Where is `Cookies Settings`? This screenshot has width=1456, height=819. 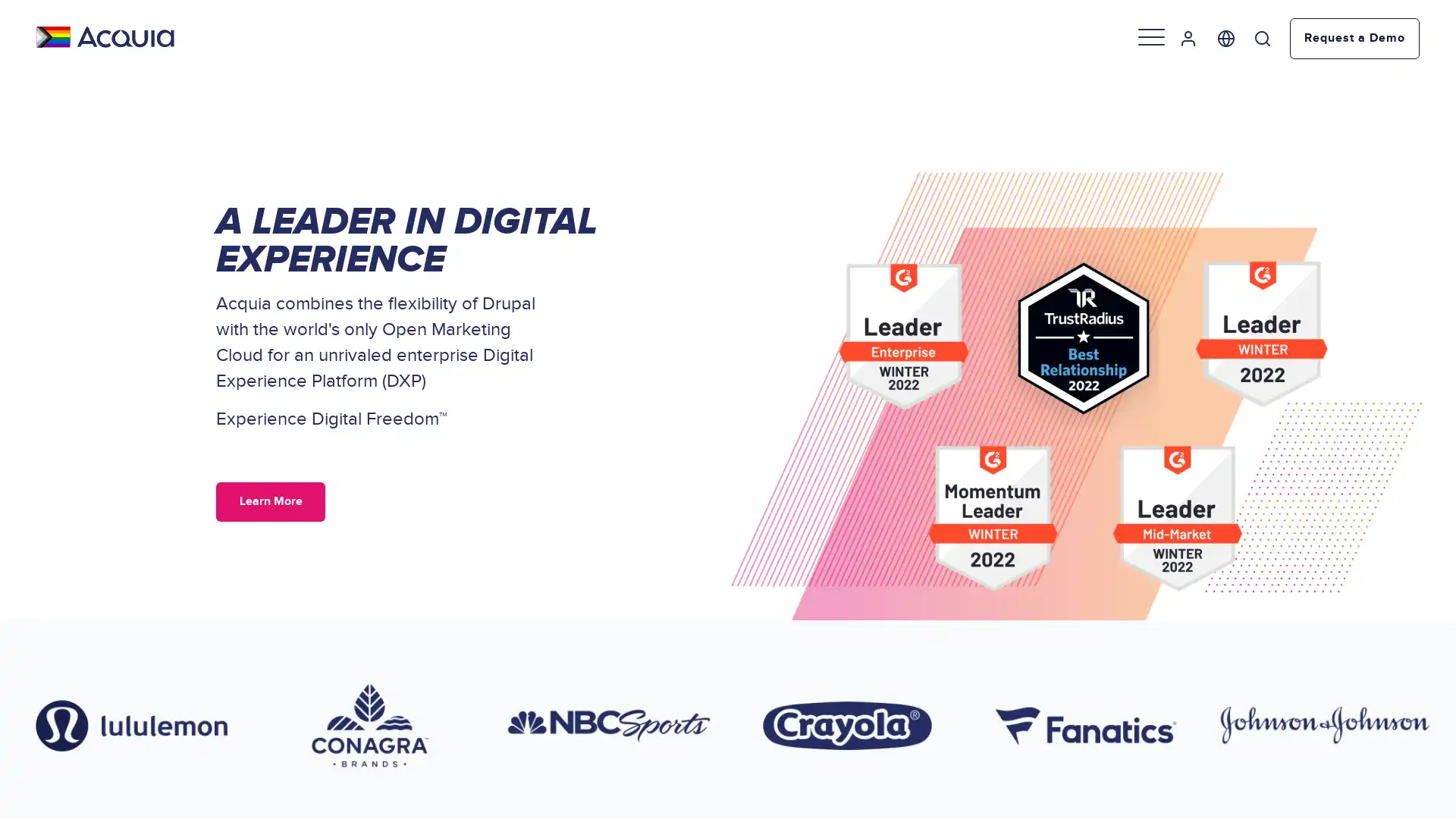
Cookies Settings is located at coordinates (154, 760).